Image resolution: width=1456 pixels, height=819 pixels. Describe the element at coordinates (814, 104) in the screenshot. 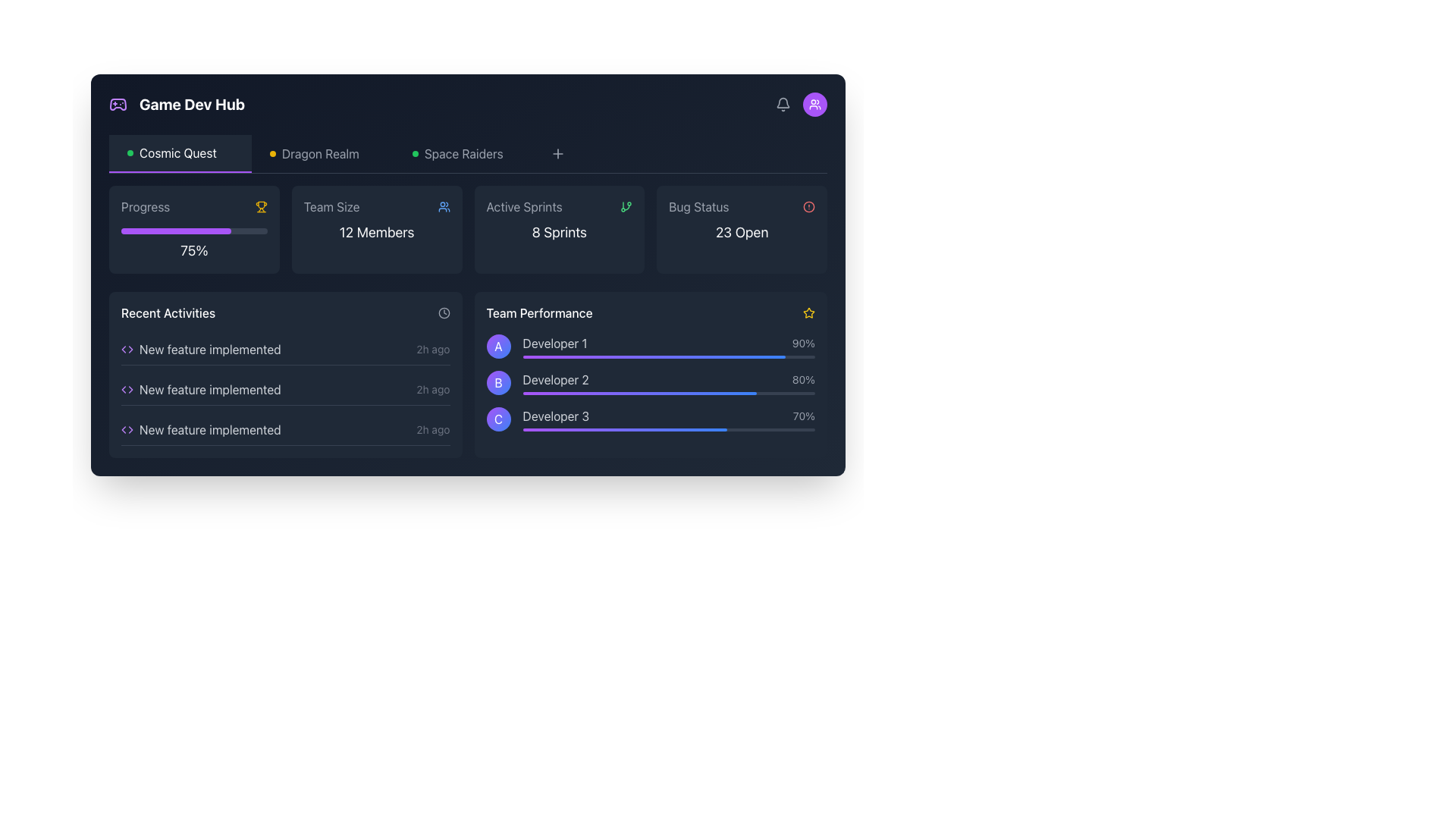

I see `the user management or team viewing icon located in the top-right corner of the interface, directly under the notification icon` at that location.